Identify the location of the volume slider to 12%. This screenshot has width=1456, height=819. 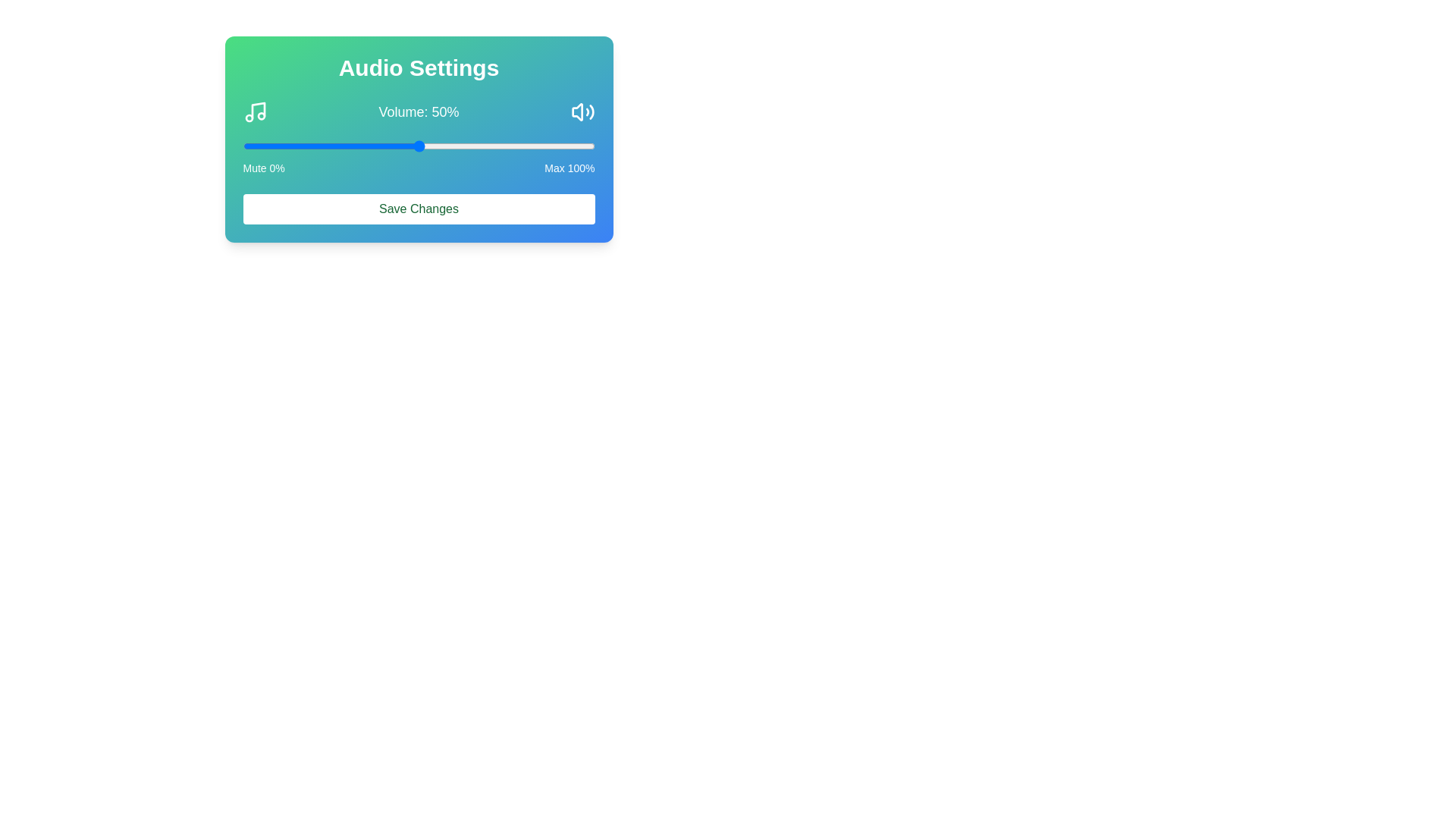
(285, 146).